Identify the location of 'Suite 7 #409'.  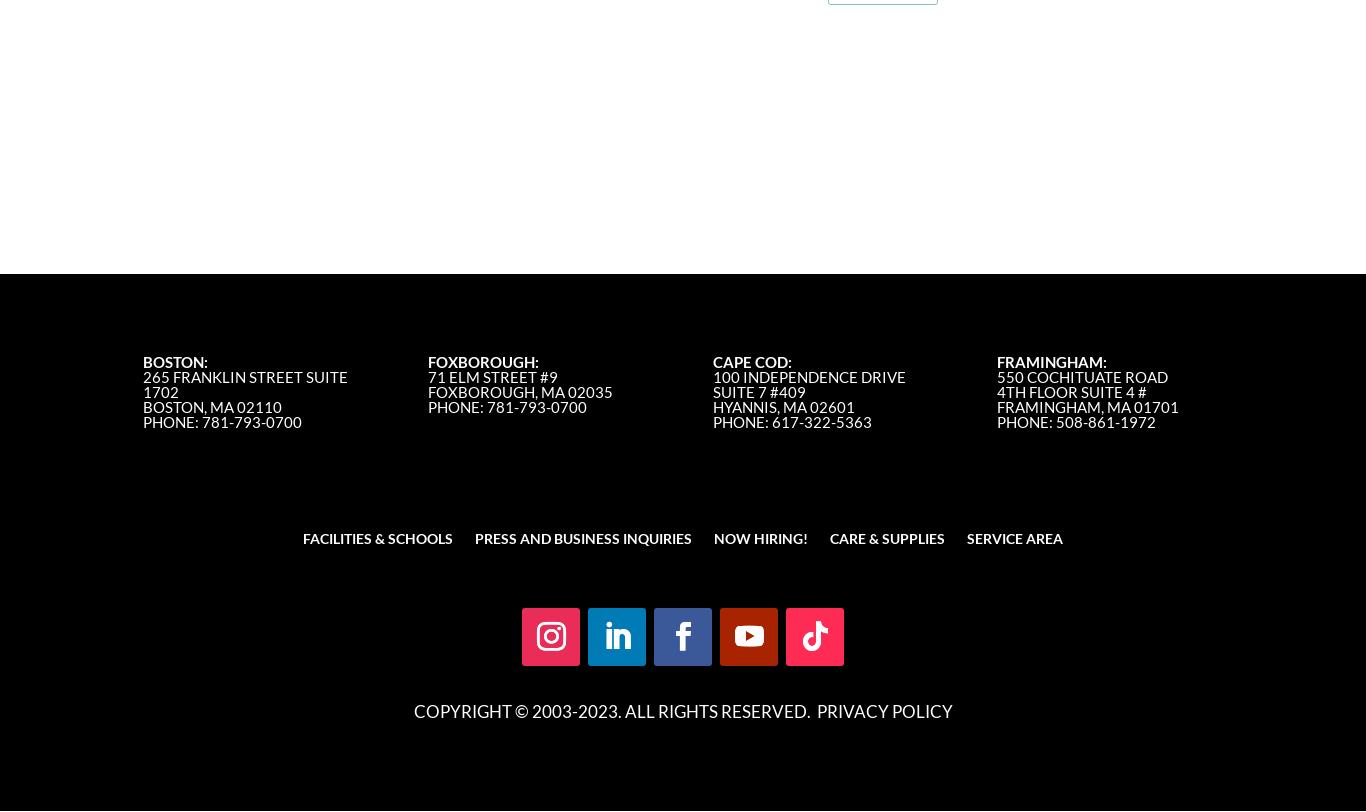
(711, 392).